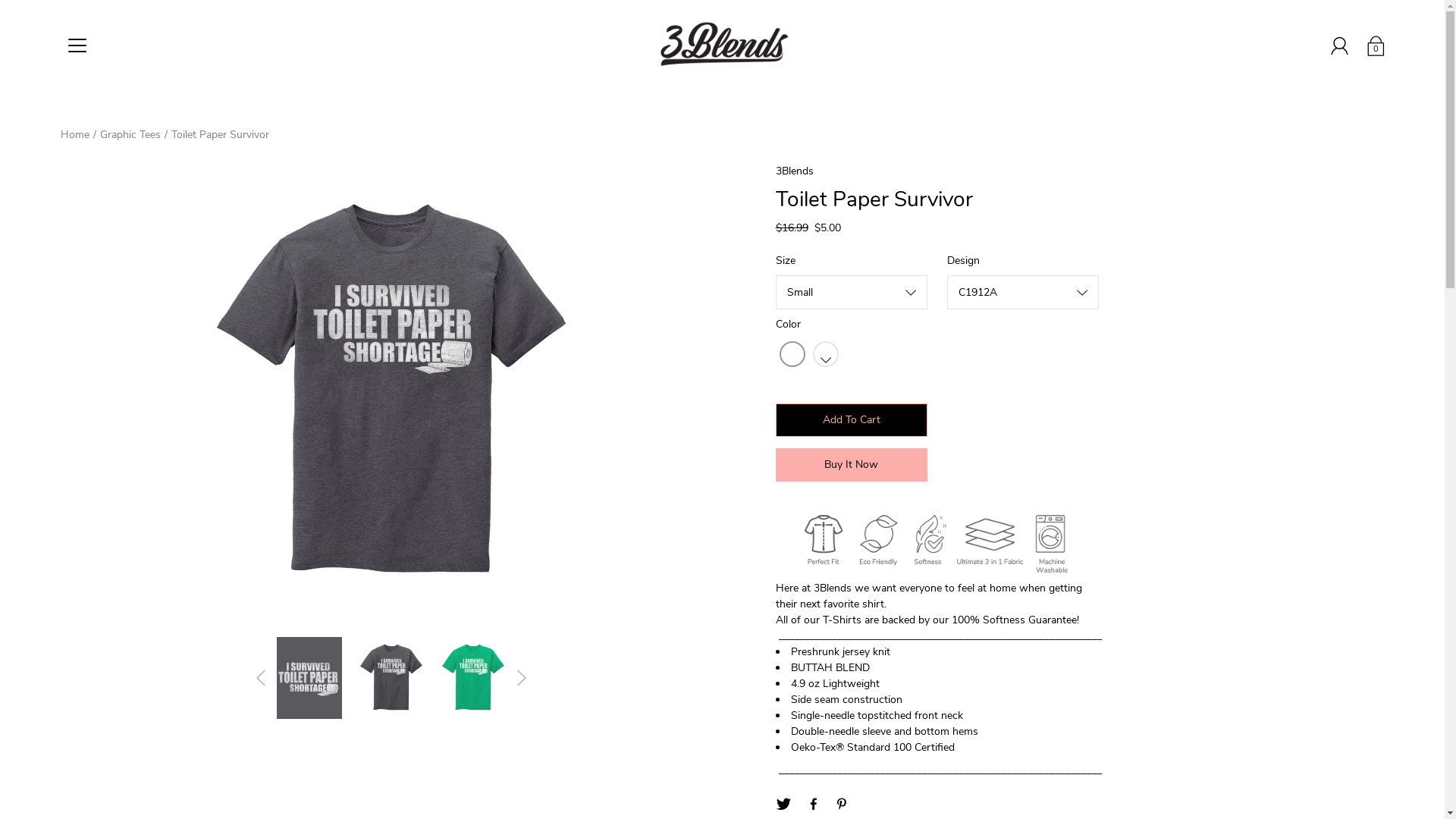  Describe the element at coordinates (1376, 45) in the screenshot. I see `'0'` at that location.